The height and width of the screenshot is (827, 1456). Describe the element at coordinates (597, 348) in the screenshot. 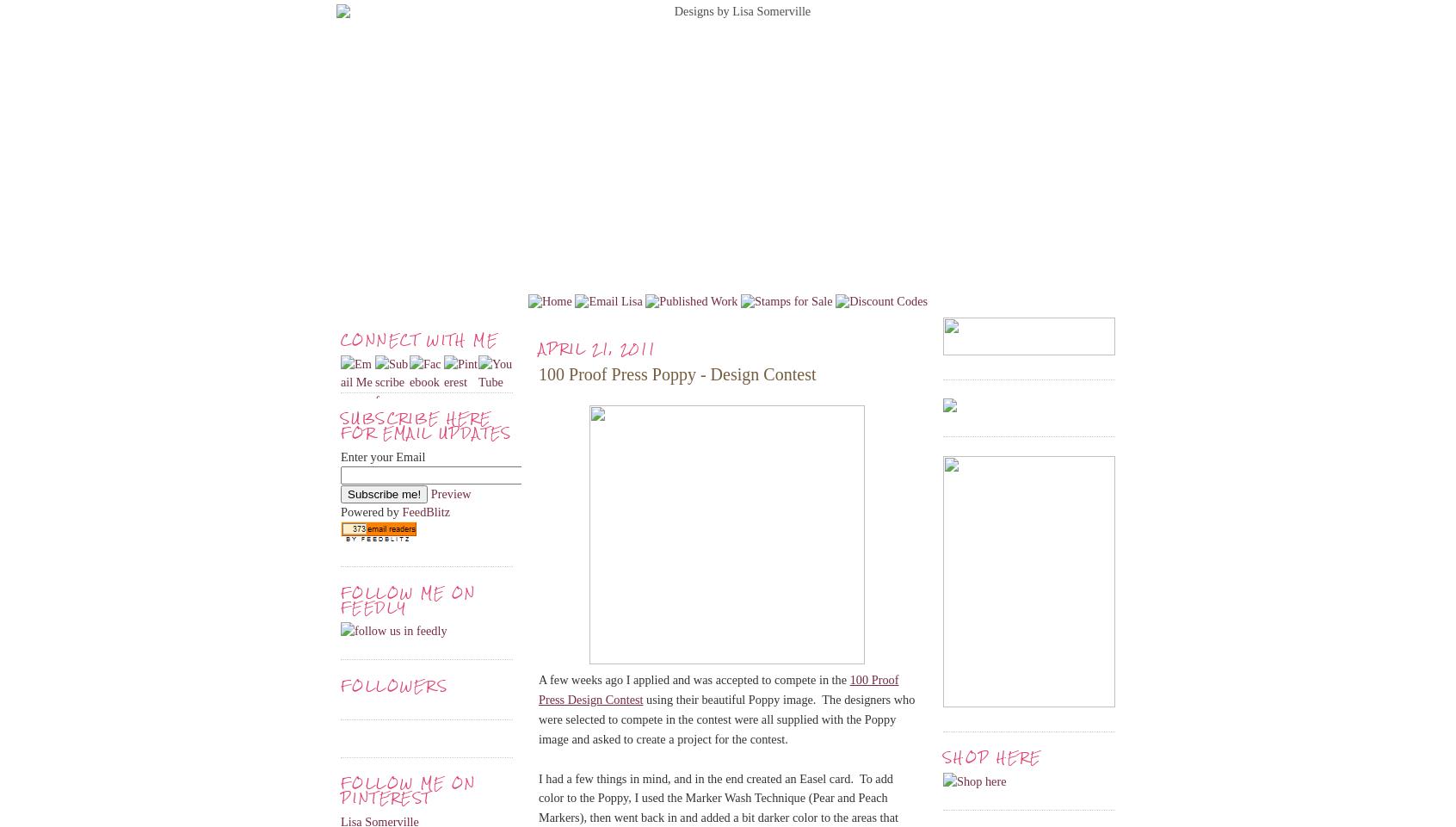

I see `'April 21, 2011'` at that location.